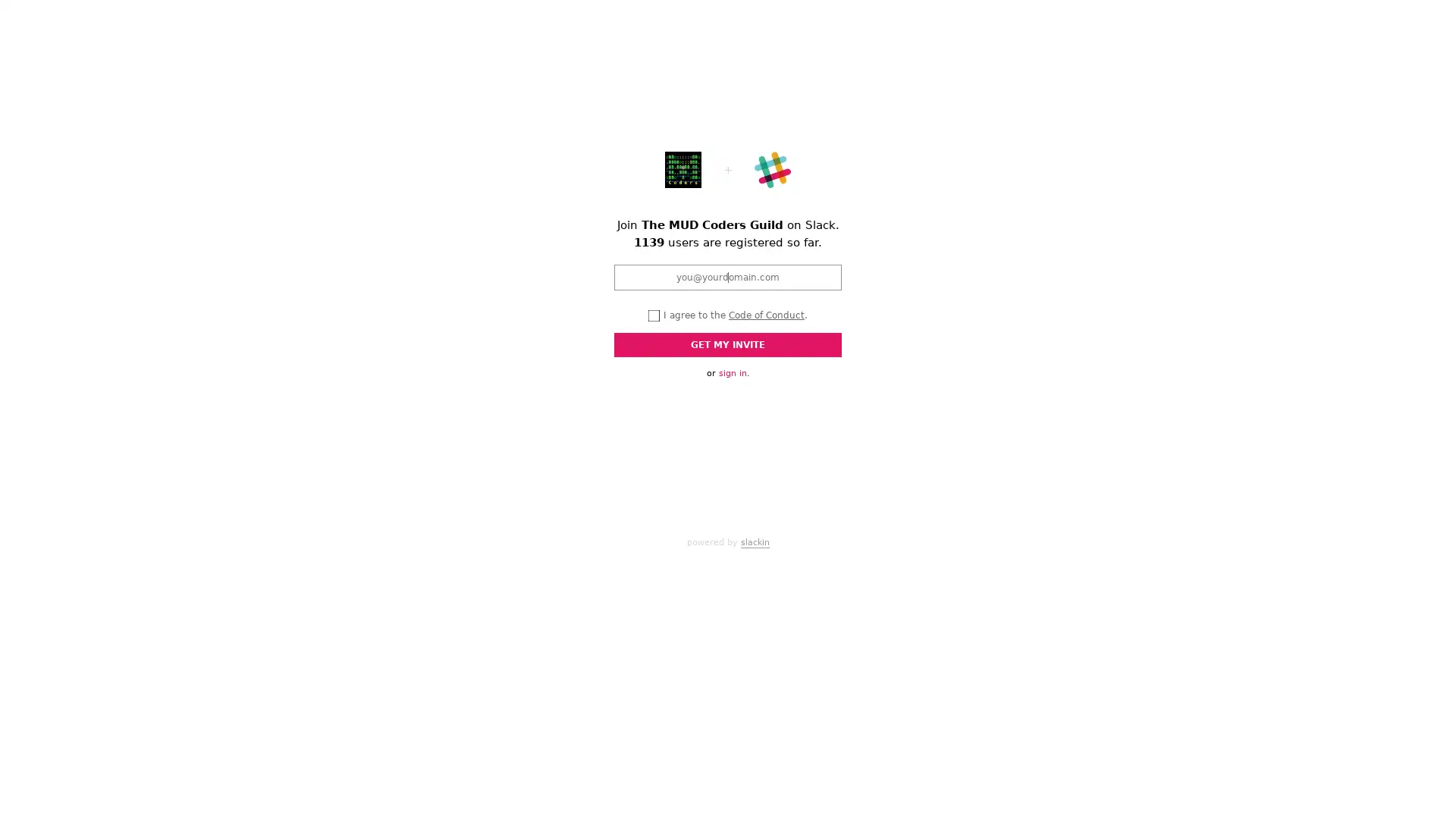 This screenshot has width=1456, height=819. What do you see at coordinates (728, 345) in the screenshot?
I see `GET MY INVITE` at bounding box center [728, 345].